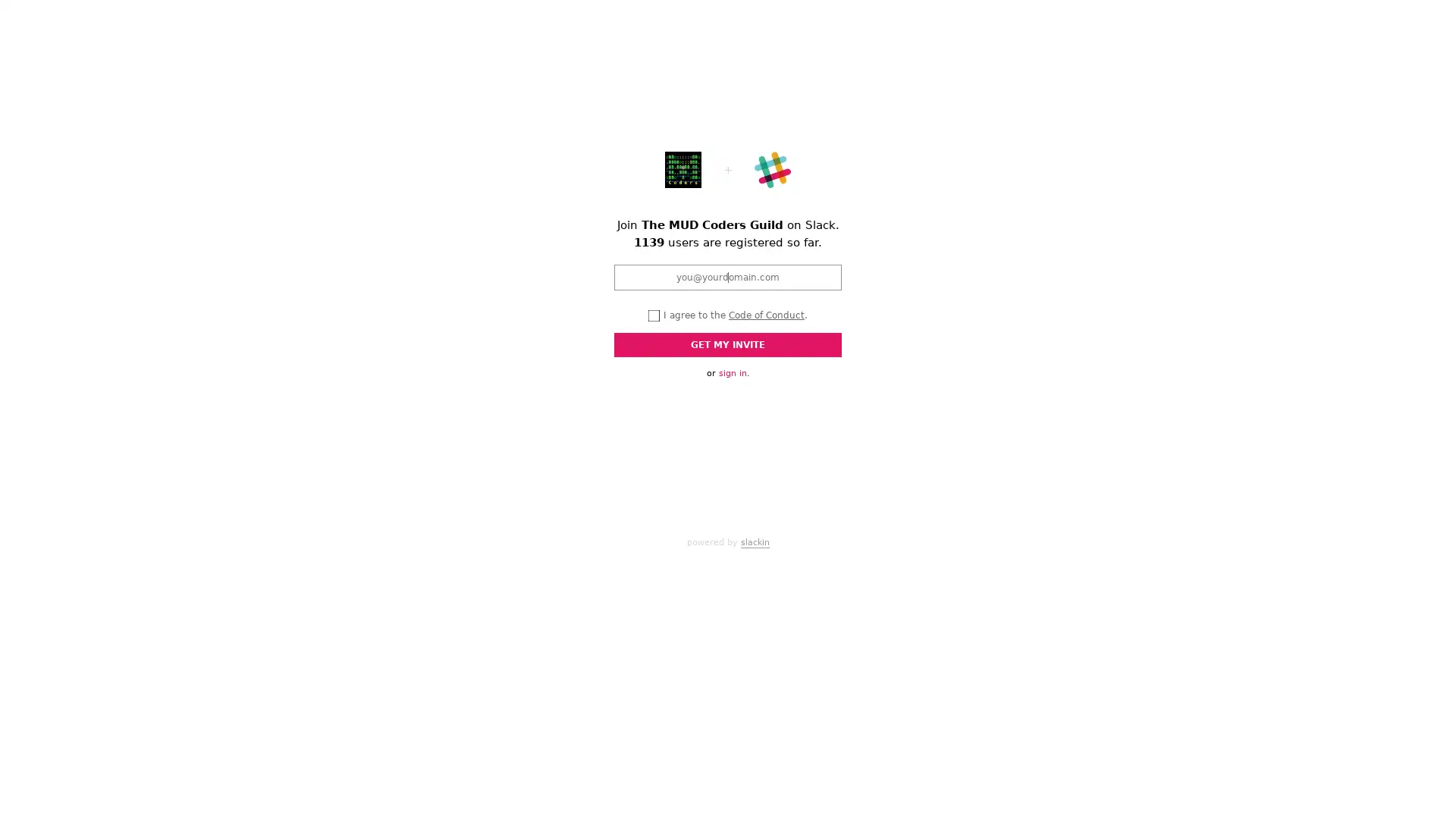 This screenshot has width=1456, height=819. What do you see at coordinates (728, 345) in the screenshot?
I see `GET MY INVITE` at bounding box center [728, 345].